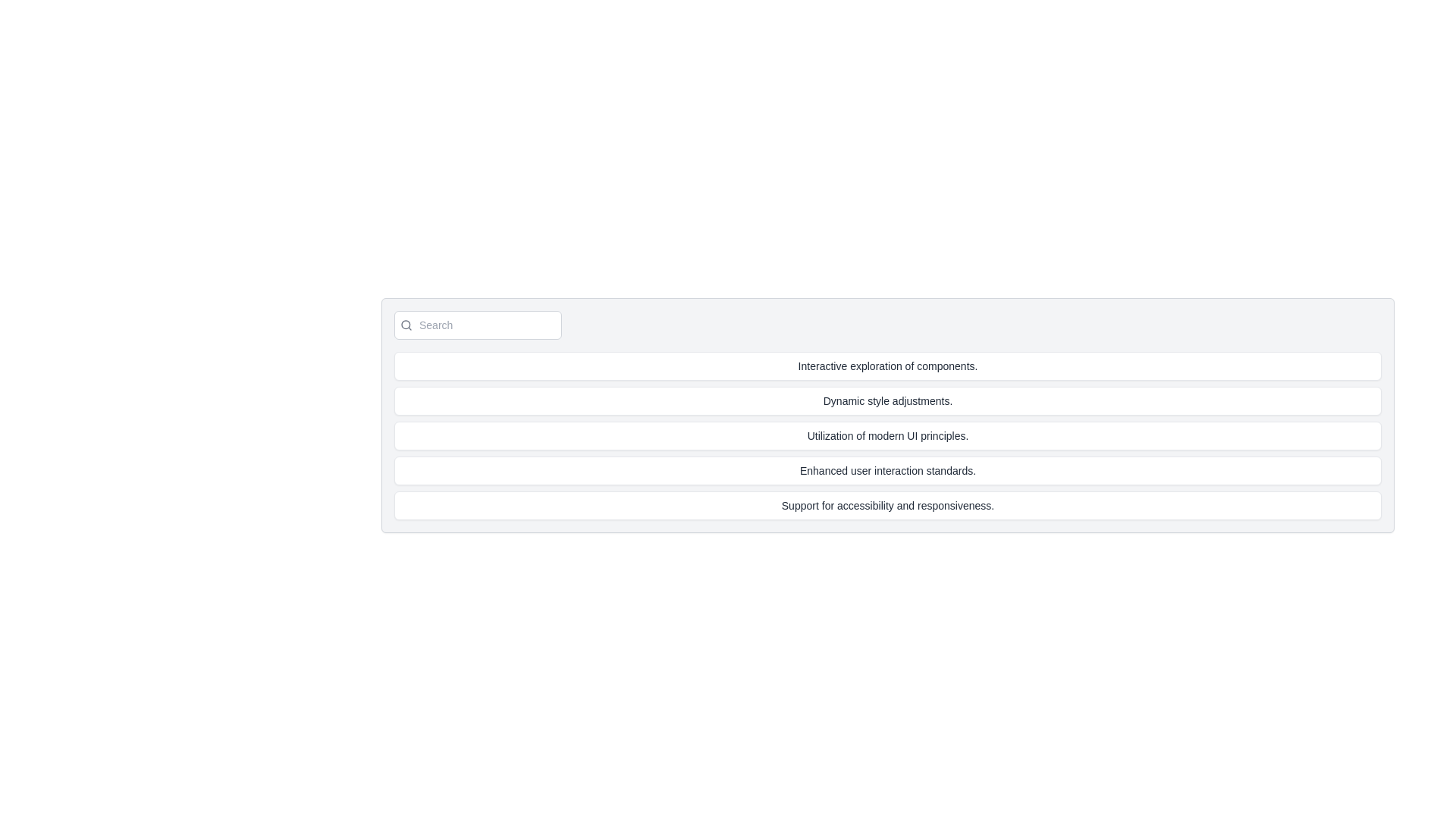 This screenshot has height=819, width=1456. Describe the element at coordinates (932, 470) in the screenshot. I see `the lowercase letter 't' which is the last character in the word 'standards' of the fourth bullet point labeled 'Enhanced user interaction standards.'` at that location.